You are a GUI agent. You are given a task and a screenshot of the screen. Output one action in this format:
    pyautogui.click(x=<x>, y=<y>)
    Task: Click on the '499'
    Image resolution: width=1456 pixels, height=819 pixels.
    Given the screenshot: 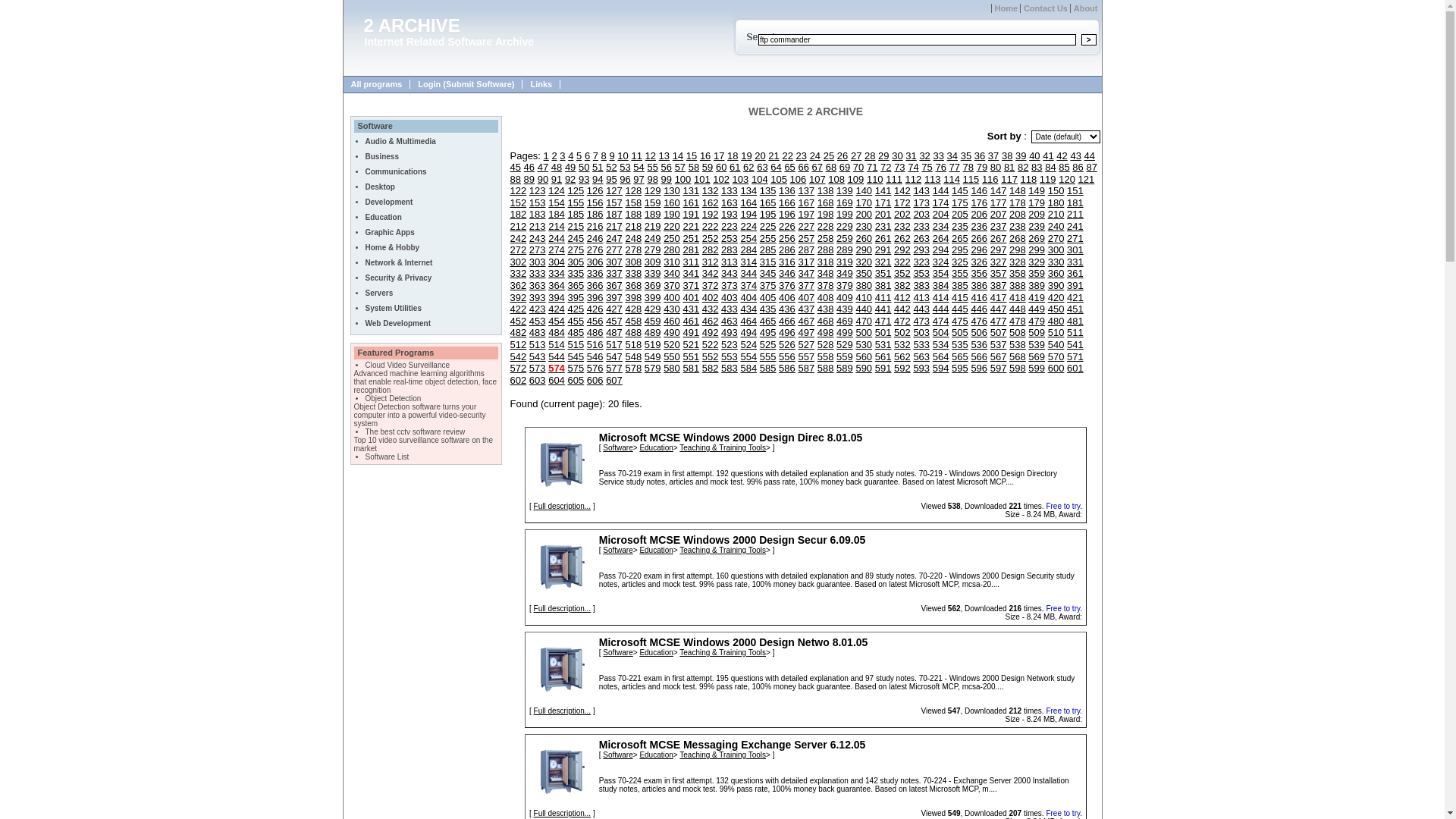 What is the action you would take?
    pyautogui.click(x=836, y=331)
    